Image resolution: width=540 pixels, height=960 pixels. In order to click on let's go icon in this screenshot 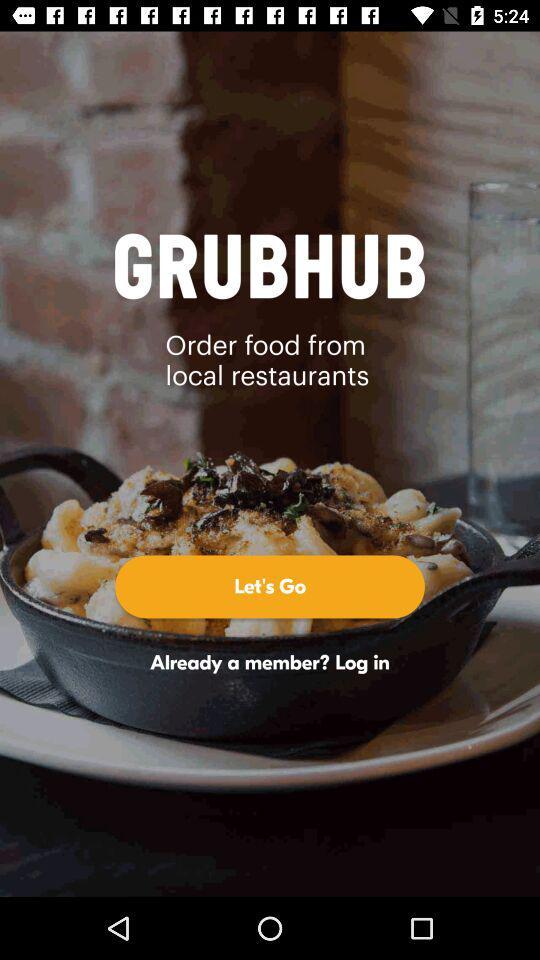, I will do `click(270, 586)`.